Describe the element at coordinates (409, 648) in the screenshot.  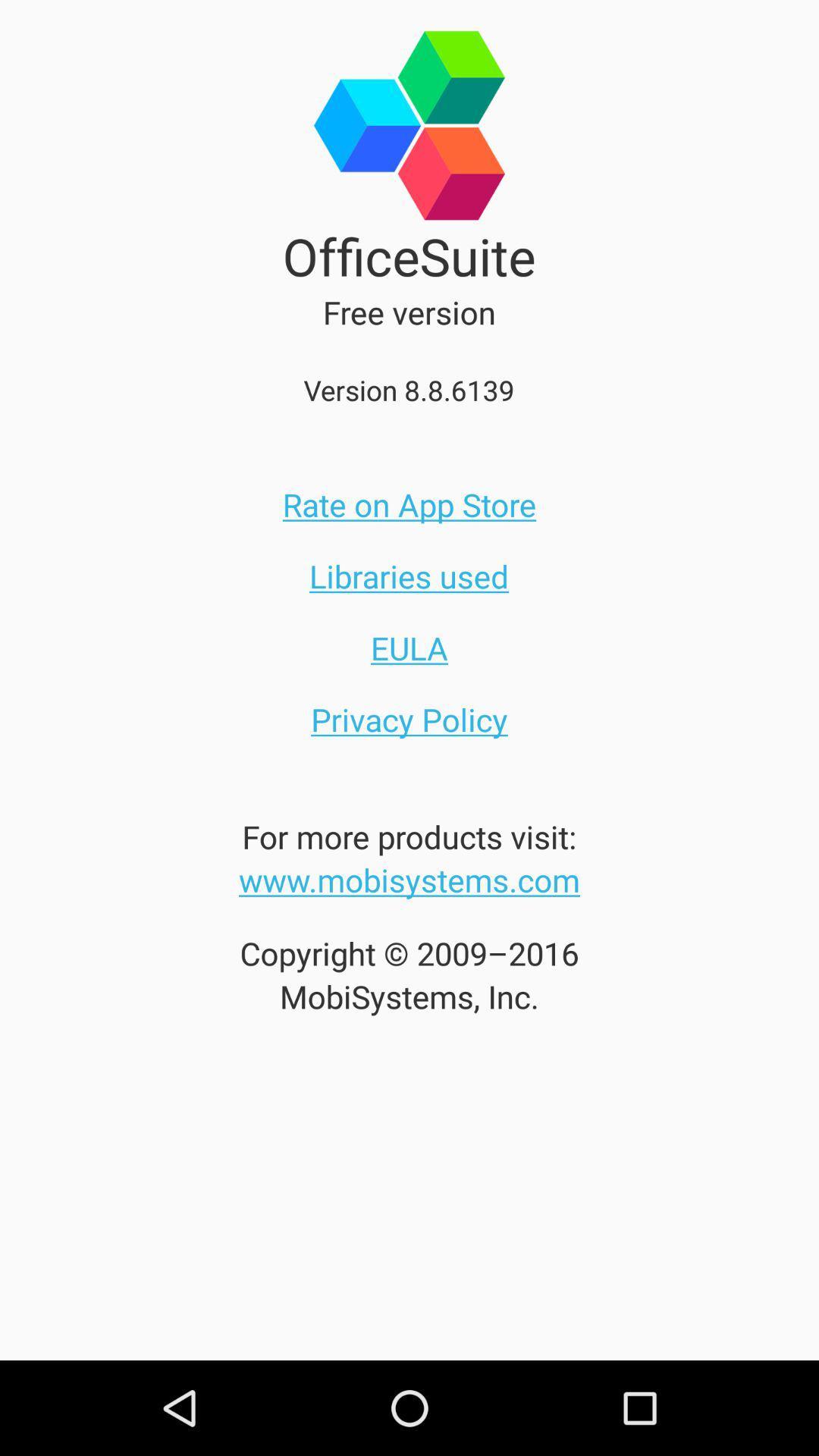
I see `the item below the libraries used icon` at that location.